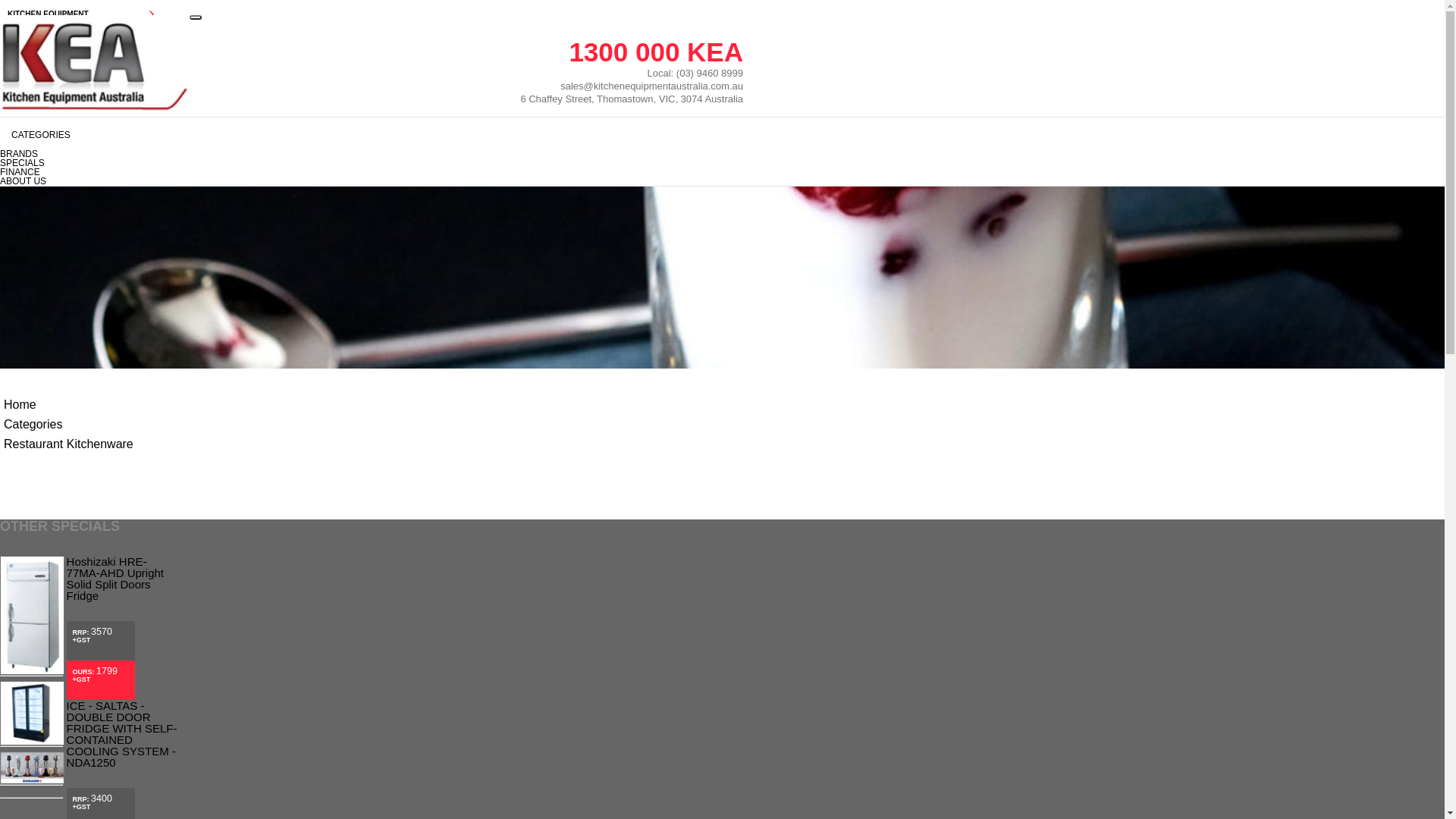 This screenshot has width=1456, height=819. What do you see at coordinates (83, 368) in the screenshot?
I see `'STAINLESS STEEL'` at bounding box center [83, 368].